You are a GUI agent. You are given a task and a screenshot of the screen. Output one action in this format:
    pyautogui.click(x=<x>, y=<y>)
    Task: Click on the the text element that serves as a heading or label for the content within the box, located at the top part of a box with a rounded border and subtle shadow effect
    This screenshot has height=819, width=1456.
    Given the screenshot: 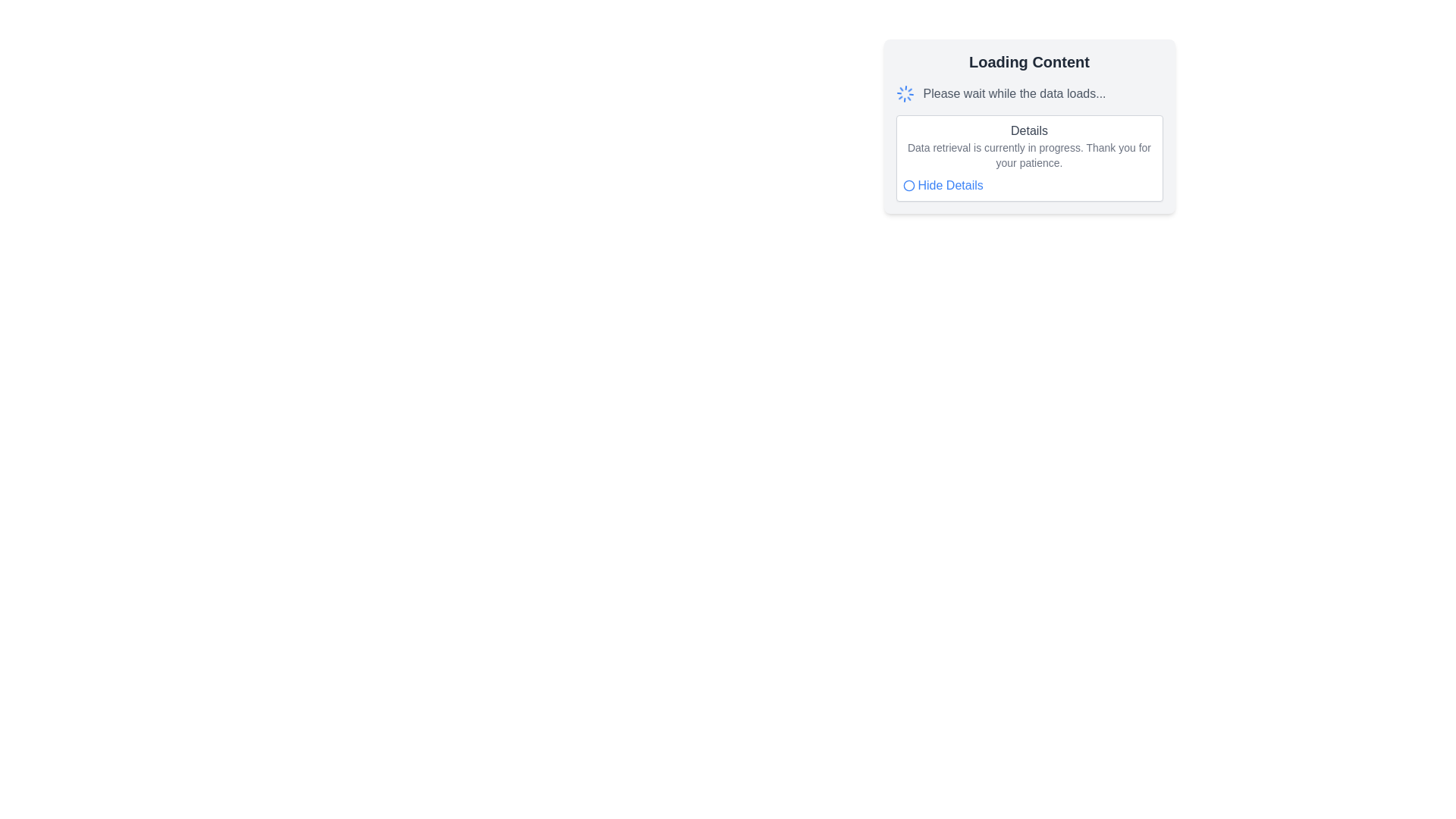 What is the action you would take?
    pyautogui.click(x=1029, y=130)
    